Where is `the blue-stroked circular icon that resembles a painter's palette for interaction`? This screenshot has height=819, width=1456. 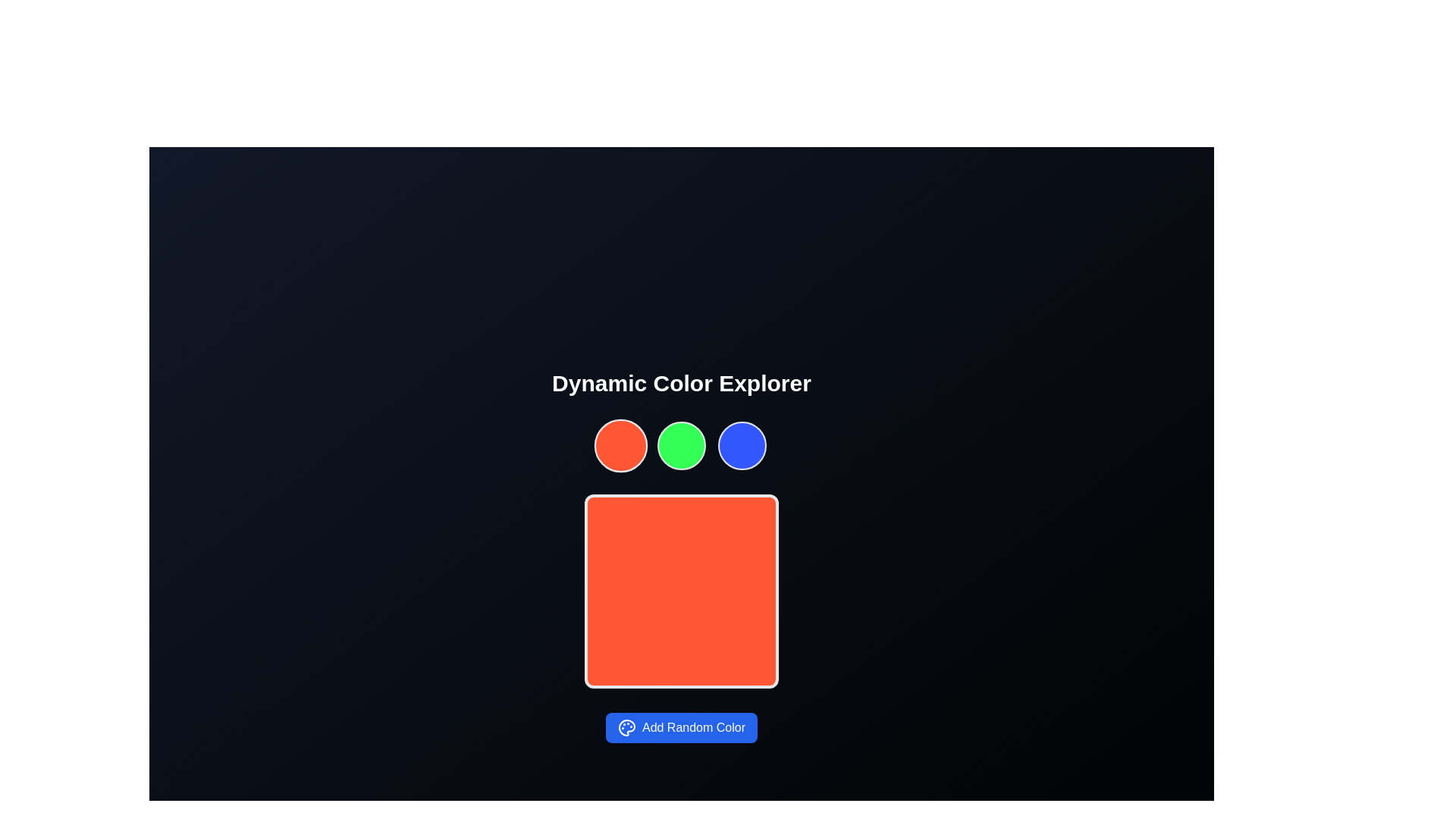 the blue-stroked circular icon that resembles a painter's palette for interaction is located at coordinates (626, 727).